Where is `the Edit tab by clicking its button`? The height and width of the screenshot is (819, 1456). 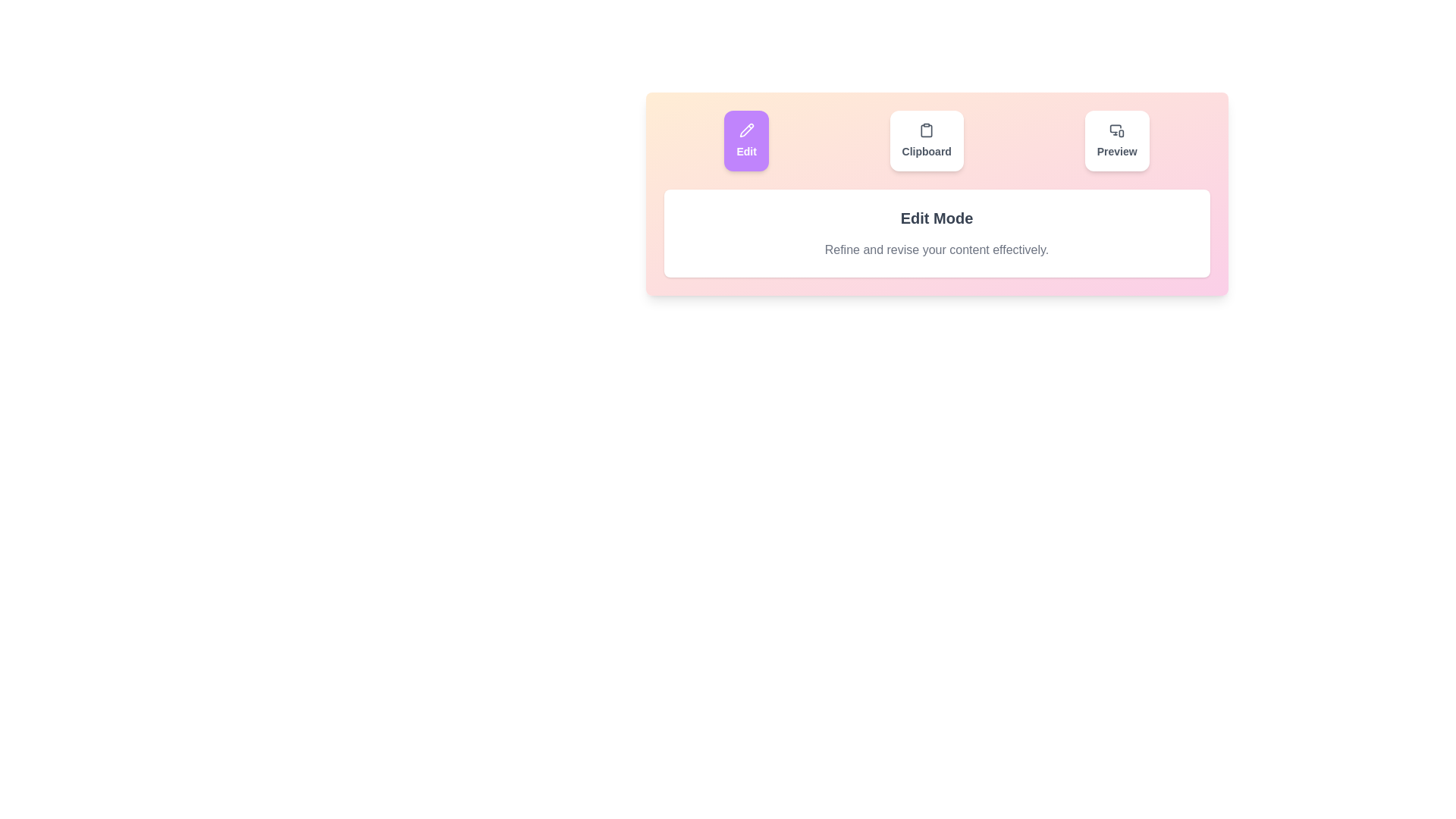 the Edit tab by clicking its button is located at coordinates (746, 140).